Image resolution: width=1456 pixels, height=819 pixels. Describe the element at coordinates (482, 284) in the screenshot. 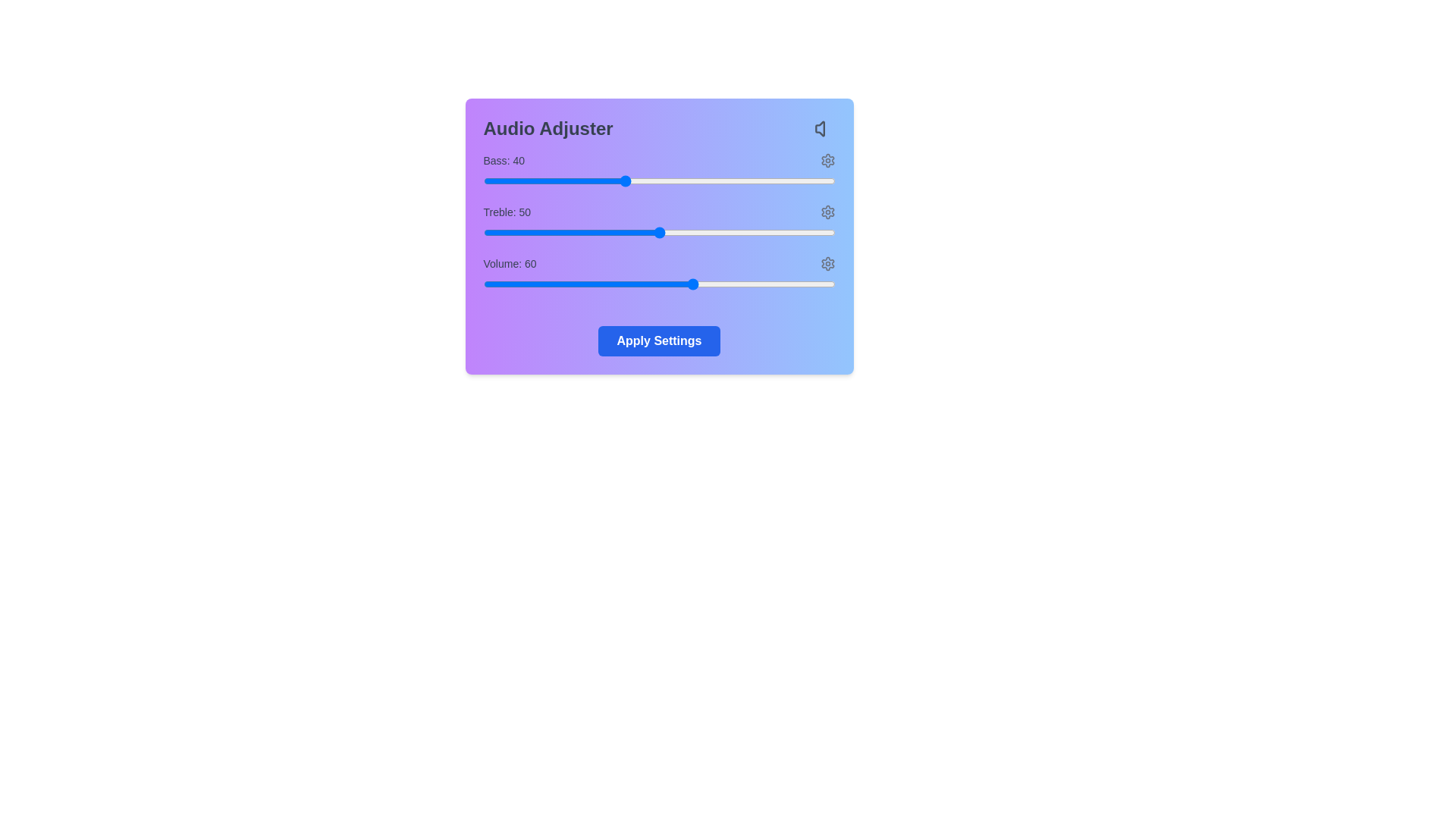

I see `volume level` at that location.